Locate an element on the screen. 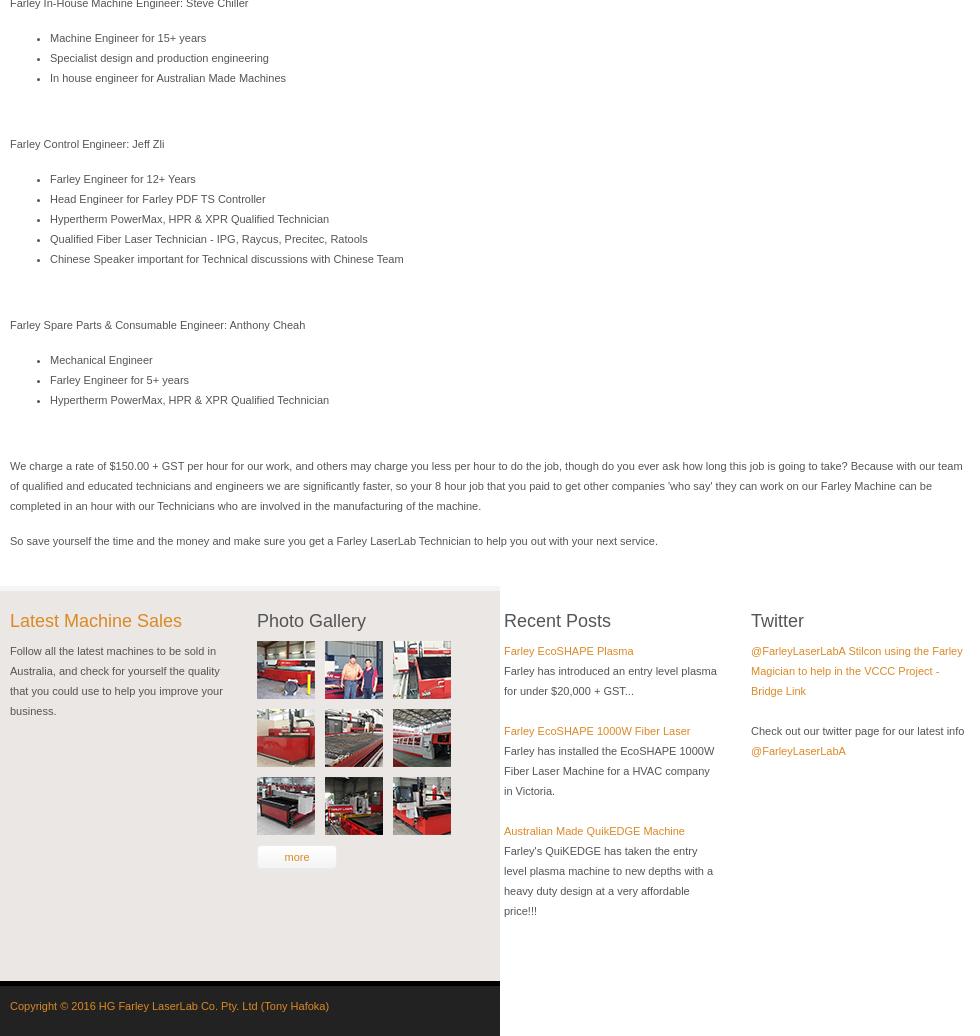  'Machine Engineer for 15+ years' is located at coordinates (127, 38).